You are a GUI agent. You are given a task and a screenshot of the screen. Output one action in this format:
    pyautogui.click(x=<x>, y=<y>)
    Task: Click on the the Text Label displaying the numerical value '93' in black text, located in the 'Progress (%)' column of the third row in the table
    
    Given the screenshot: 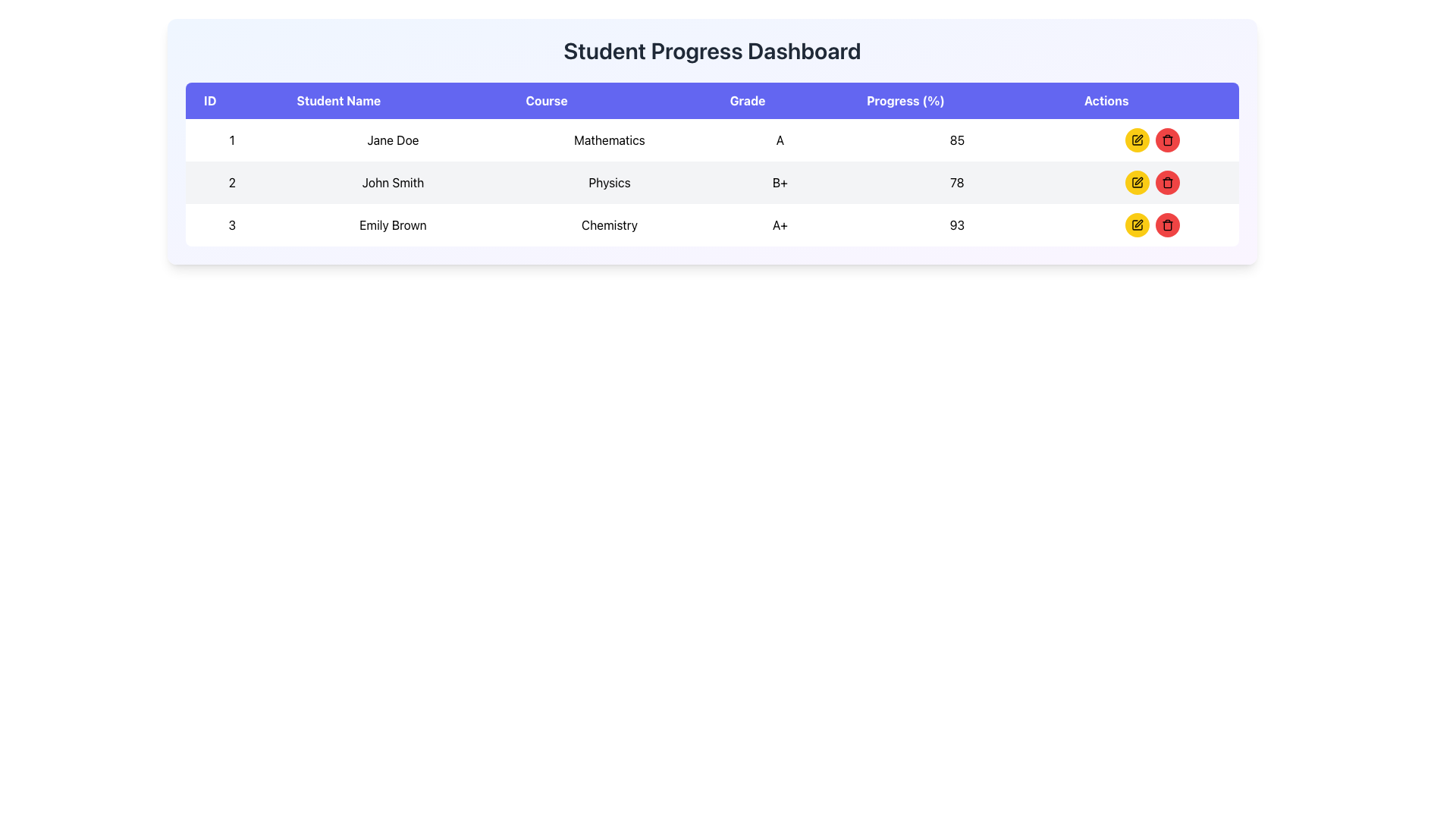 What is the action you would take?
    pyautogui.click(x=956, y=225)
    